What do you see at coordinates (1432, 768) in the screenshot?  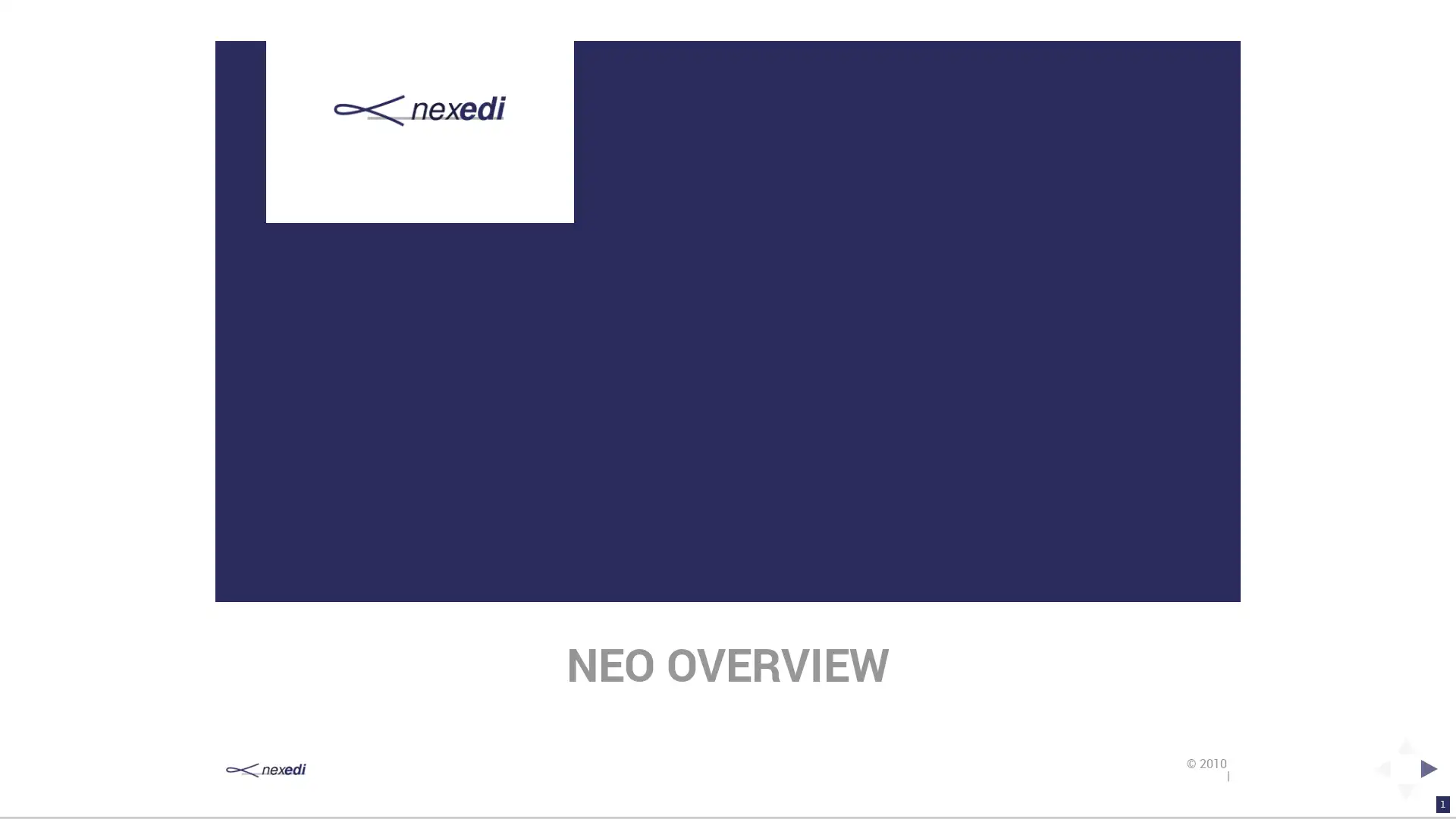 I see `next slide` at bounding box center [1432, 768].